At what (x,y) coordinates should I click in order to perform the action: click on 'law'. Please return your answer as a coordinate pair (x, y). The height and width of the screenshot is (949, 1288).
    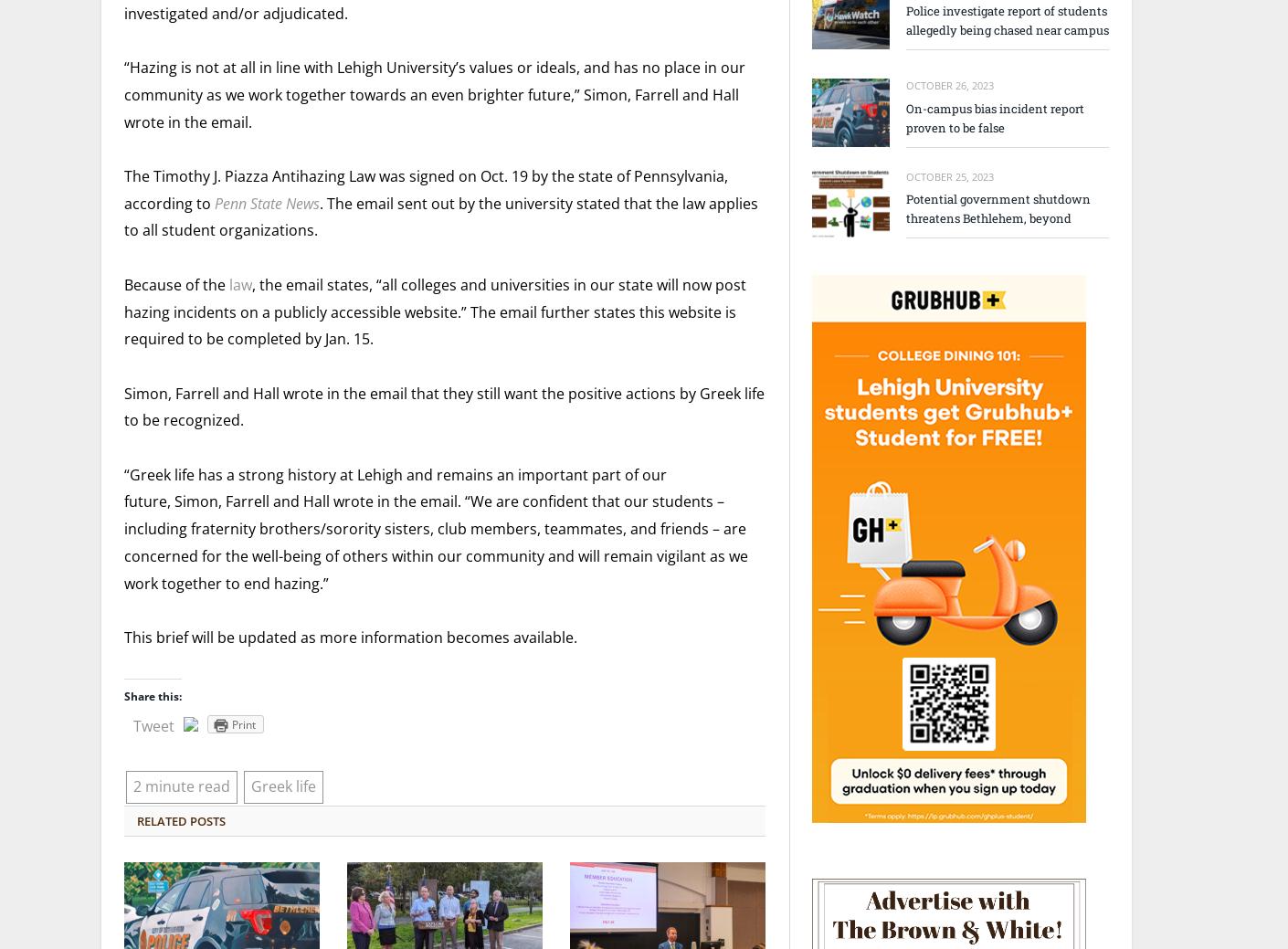
    Looking at the image, I should click on (226, 283).